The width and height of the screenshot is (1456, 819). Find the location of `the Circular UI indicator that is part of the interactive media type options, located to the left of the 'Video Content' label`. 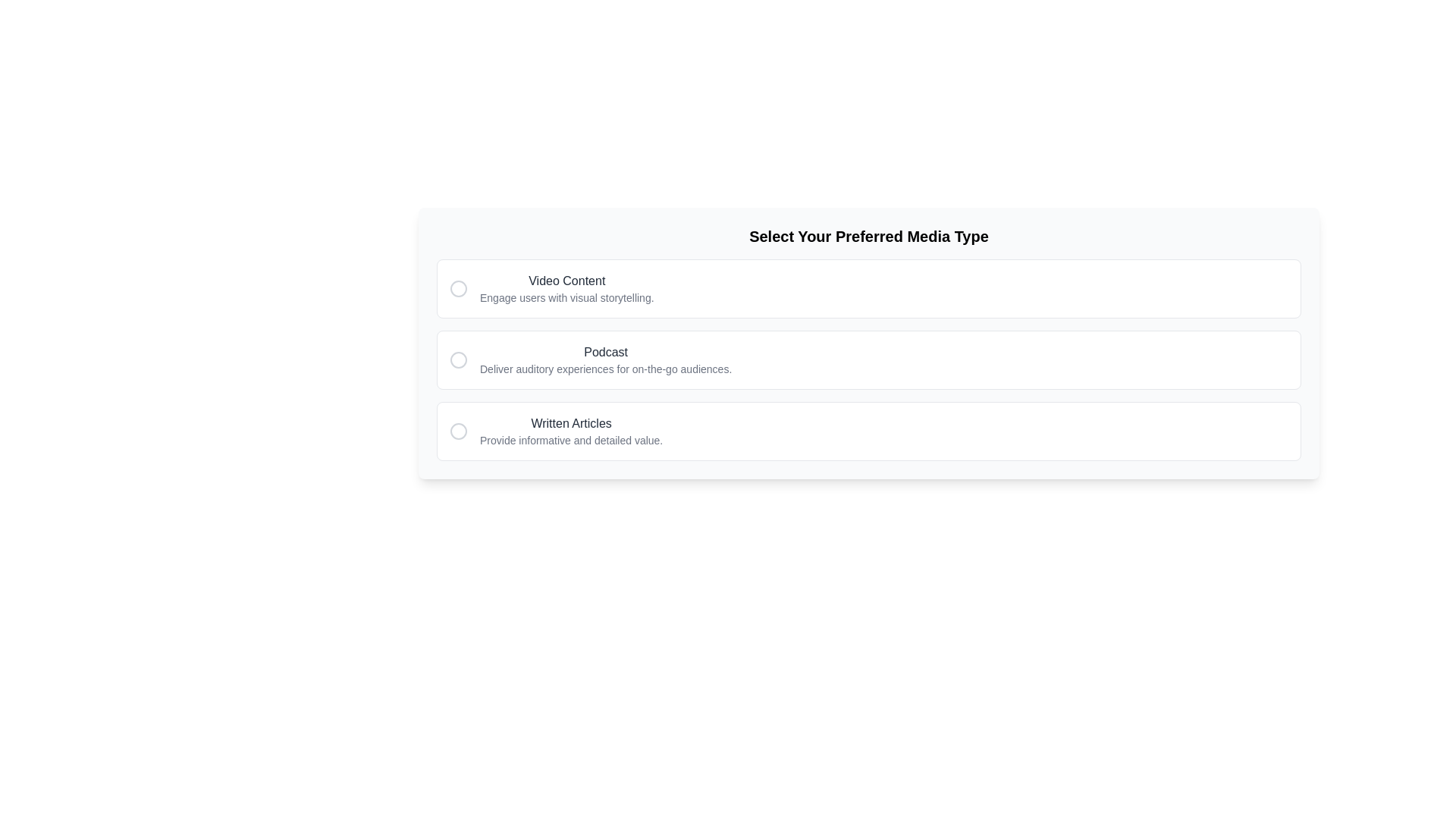

the Circular UI indicator that is part of the interactive media type options, located to the left of the 'Video Content' label is located at coordinates (457, 289).